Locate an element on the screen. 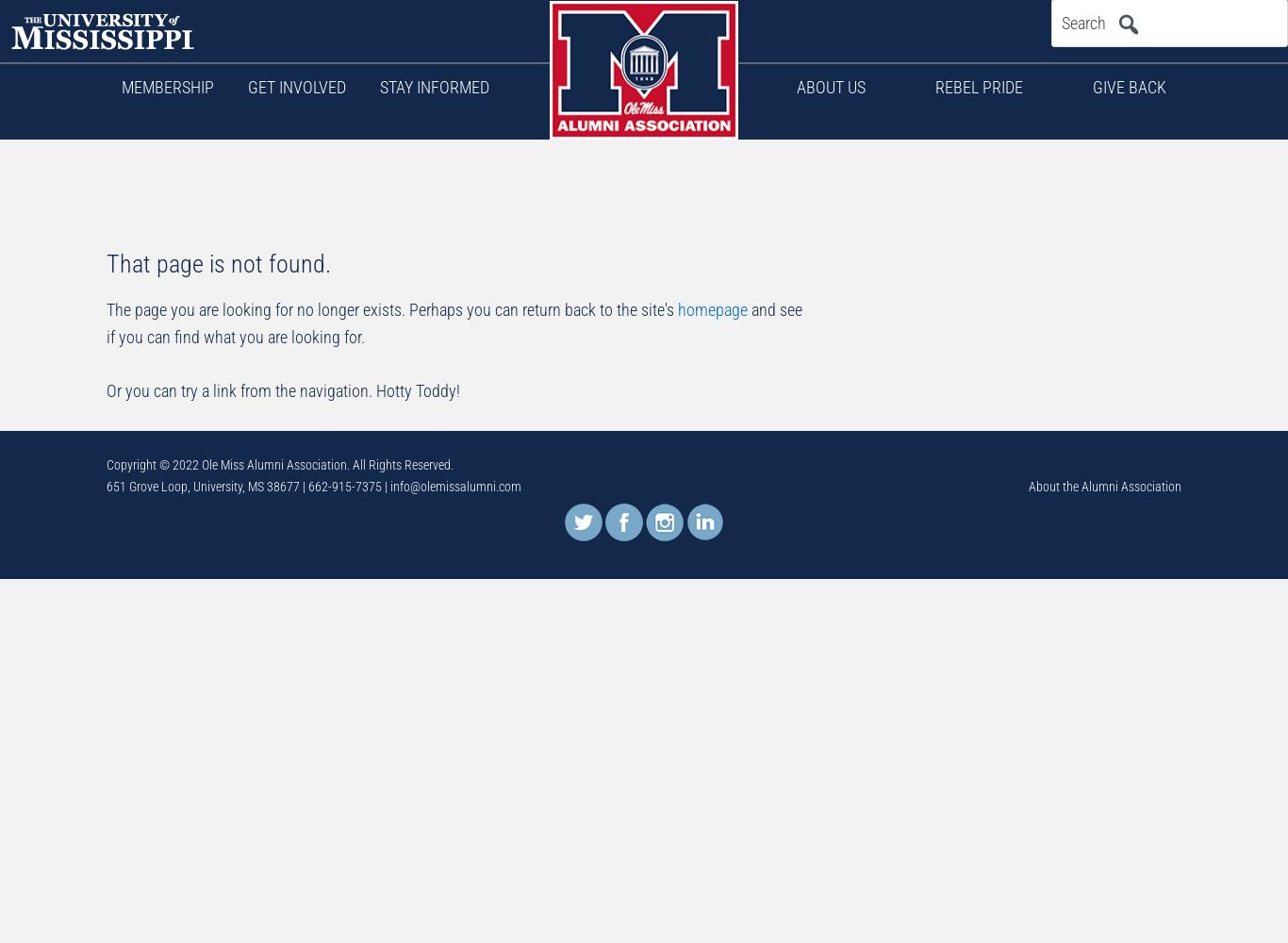  'Copyright © 2022 Ole Miss Alumni Association. All Rights Reserved.' is located at coordinates (279, 464).